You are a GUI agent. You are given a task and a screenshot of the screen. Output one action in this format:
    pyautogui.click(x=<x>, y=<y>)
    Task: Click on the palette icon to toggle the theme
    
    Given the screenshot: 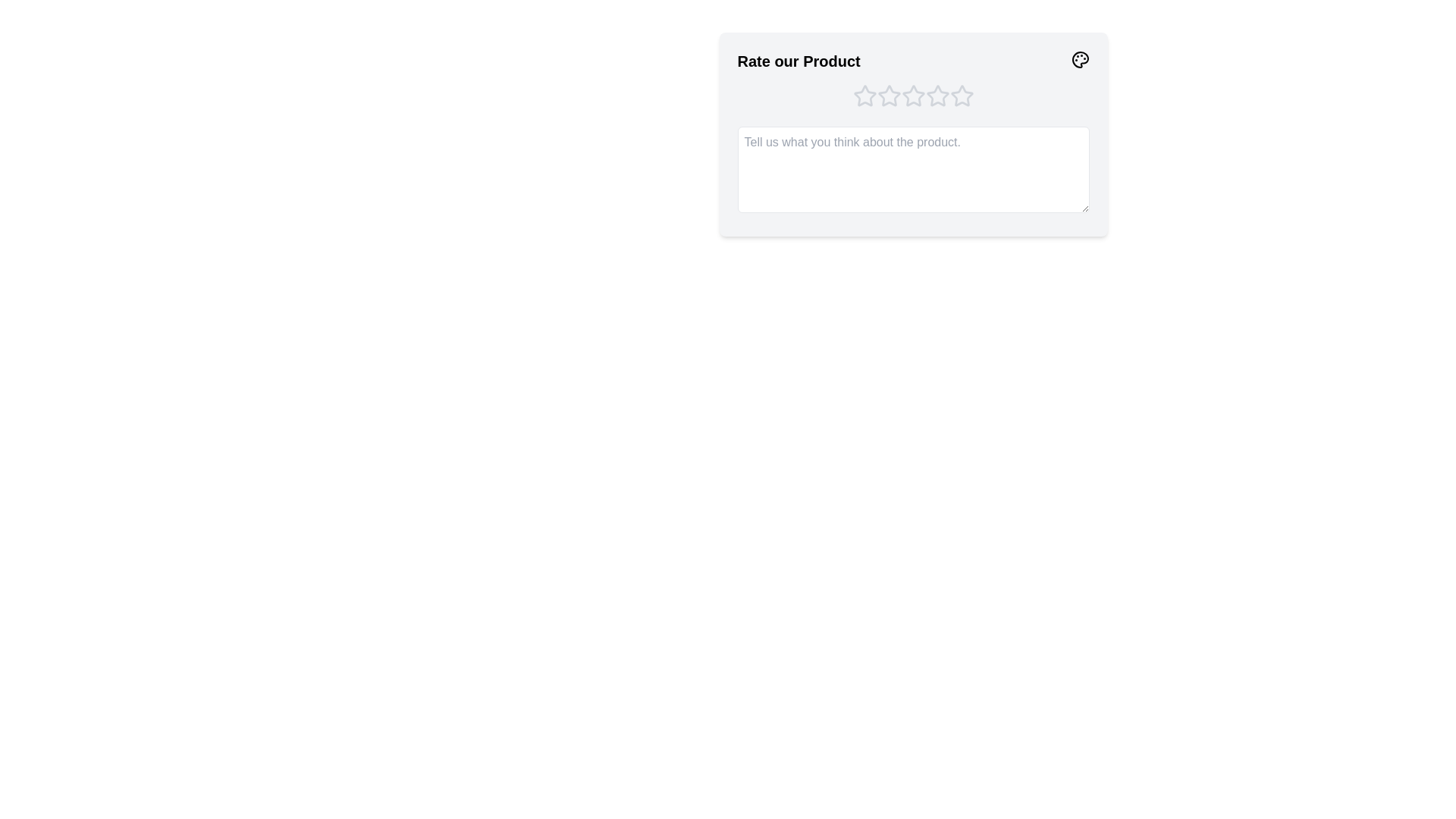 What is the action you would take?
    pyautogui.click(x=1079, y=58)
    